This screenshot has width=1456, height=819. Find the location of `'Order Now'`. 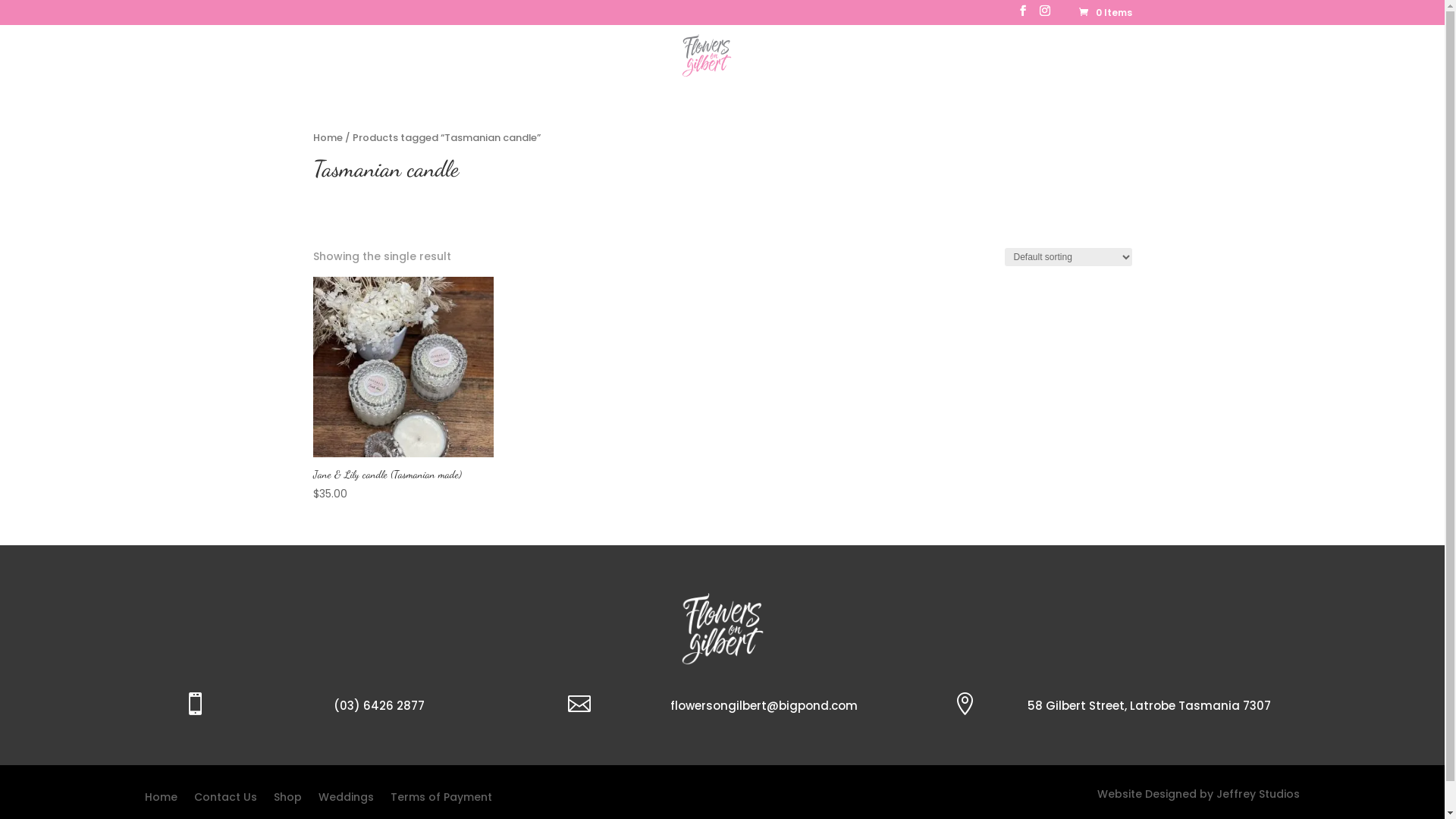

'Order Now' is located at coordinates (604, 67).